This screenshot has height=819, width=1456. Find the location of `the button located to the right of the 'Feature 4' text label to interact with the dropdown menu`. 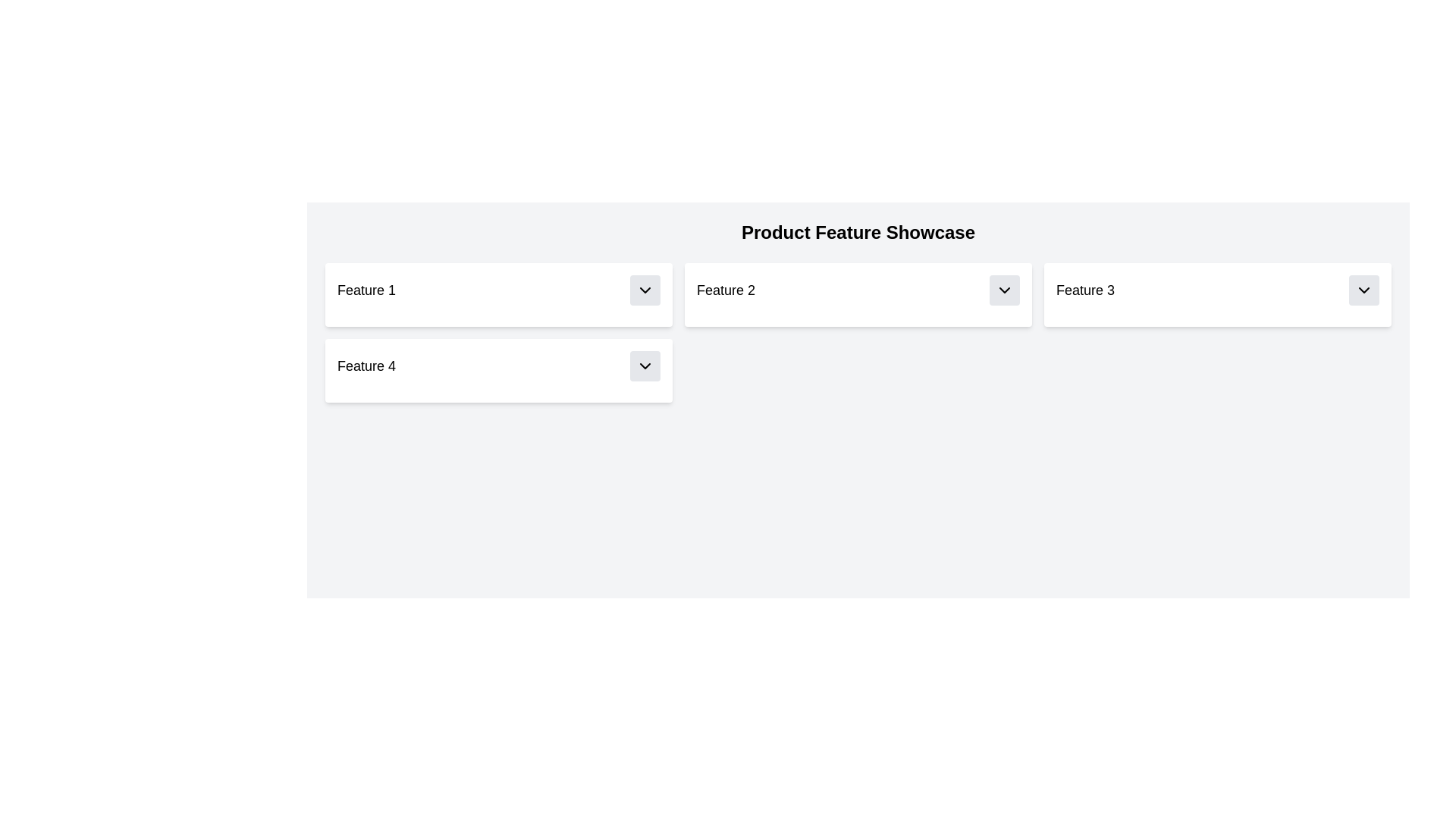

the button located to the right of the 'Feature 4' text label to interact with the dropdown menu is located at coordinates (645, 366).